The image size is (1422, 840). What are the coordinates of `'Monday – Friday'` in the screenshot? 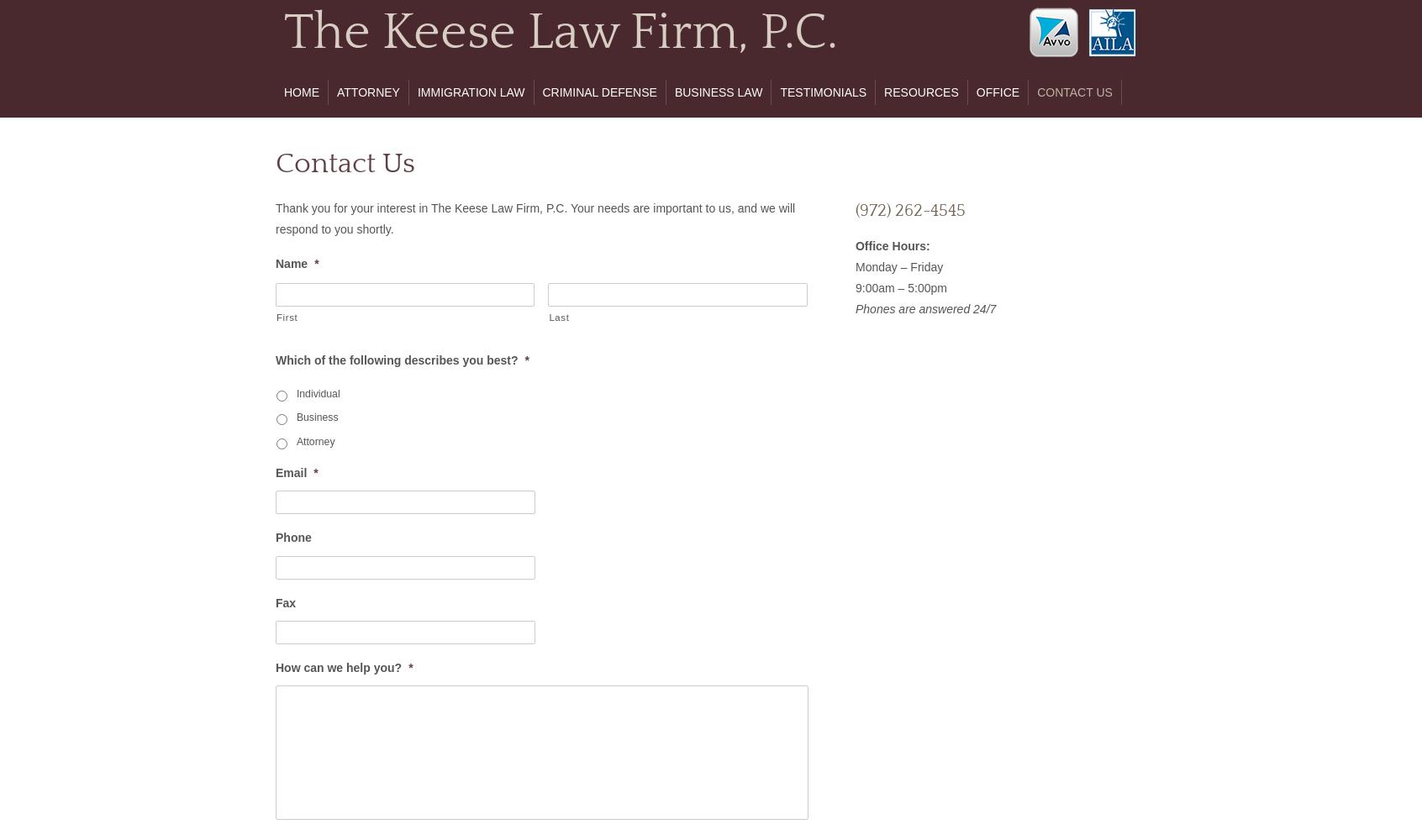 It's located at (898, 265).